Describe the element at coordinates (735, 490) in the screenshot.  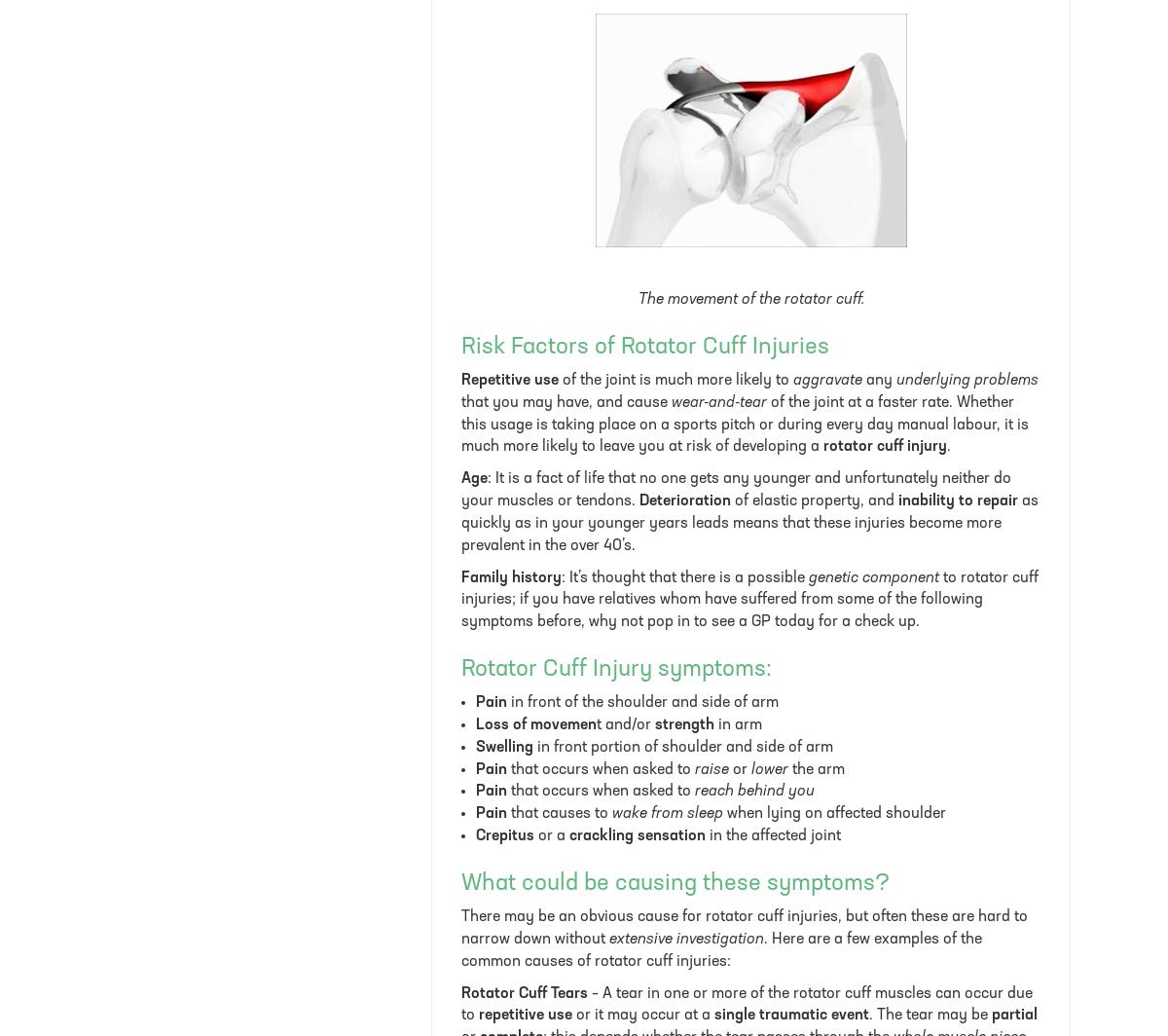
I see `': It is a fact of life that no one gets any younger and unfortunately neither do your muscles or tendons.'` at that location.